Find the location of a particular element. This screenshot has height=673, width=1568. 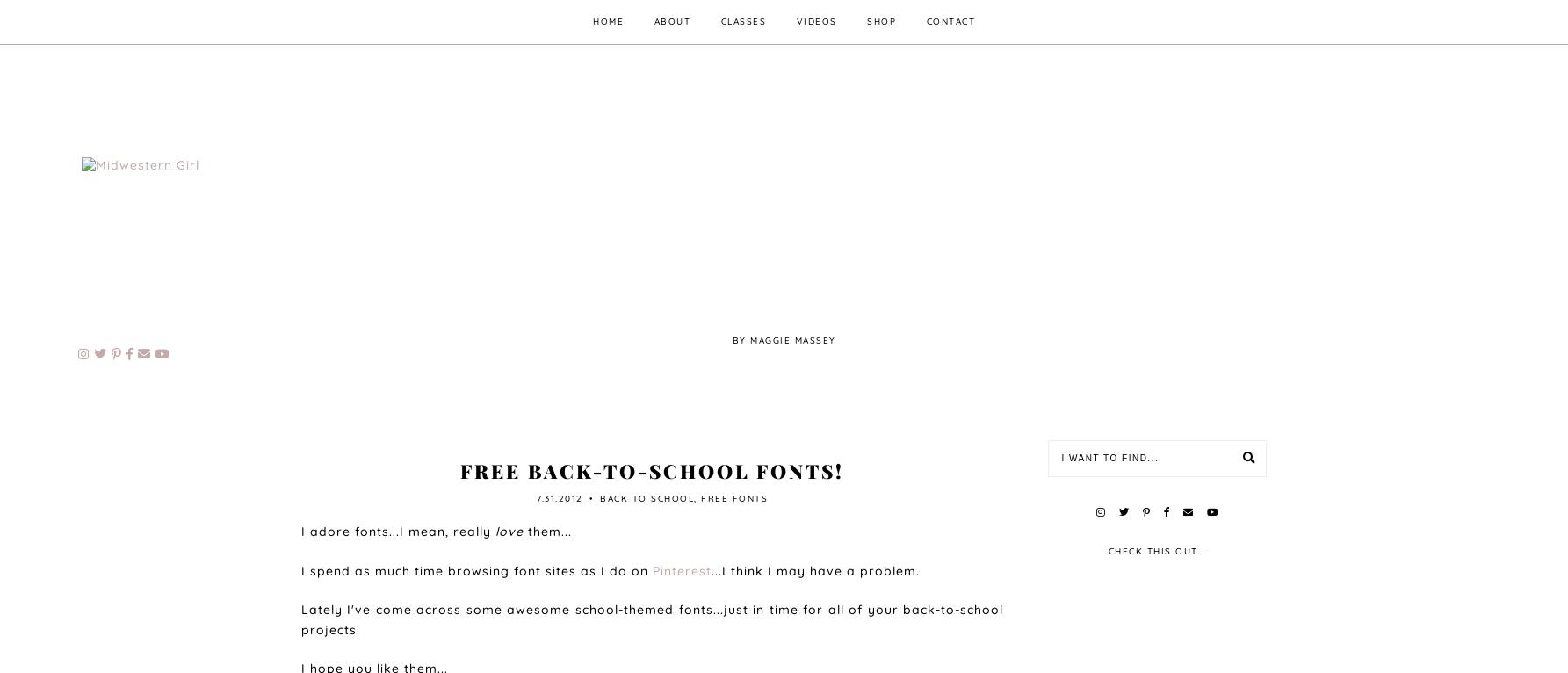

'I adore fonts...I mean, really' is located at coordinates (396, 530).